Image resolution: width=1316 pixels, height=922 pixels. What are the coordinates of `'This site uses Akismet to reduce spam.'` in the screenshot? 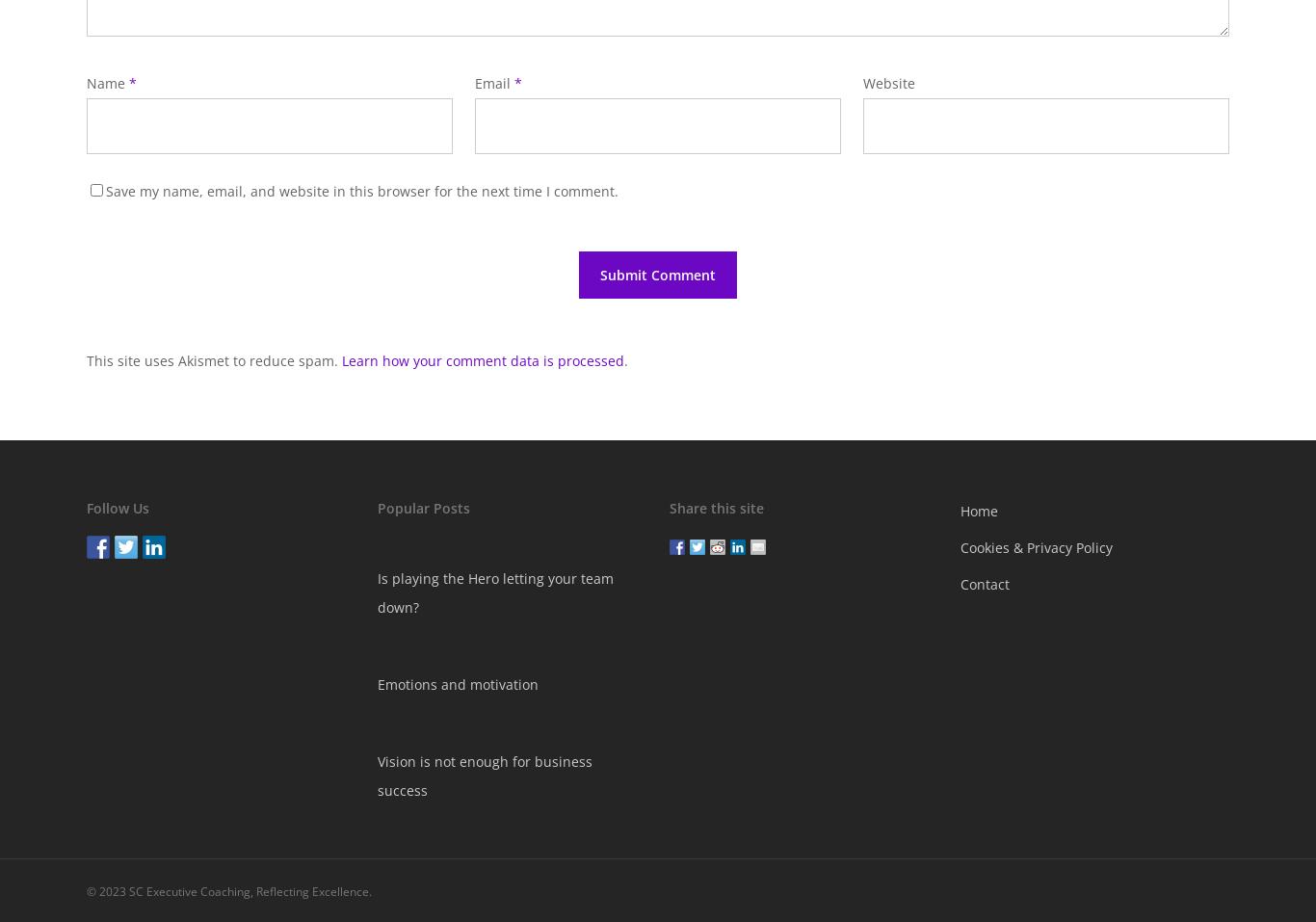 It's located at (213, 360).